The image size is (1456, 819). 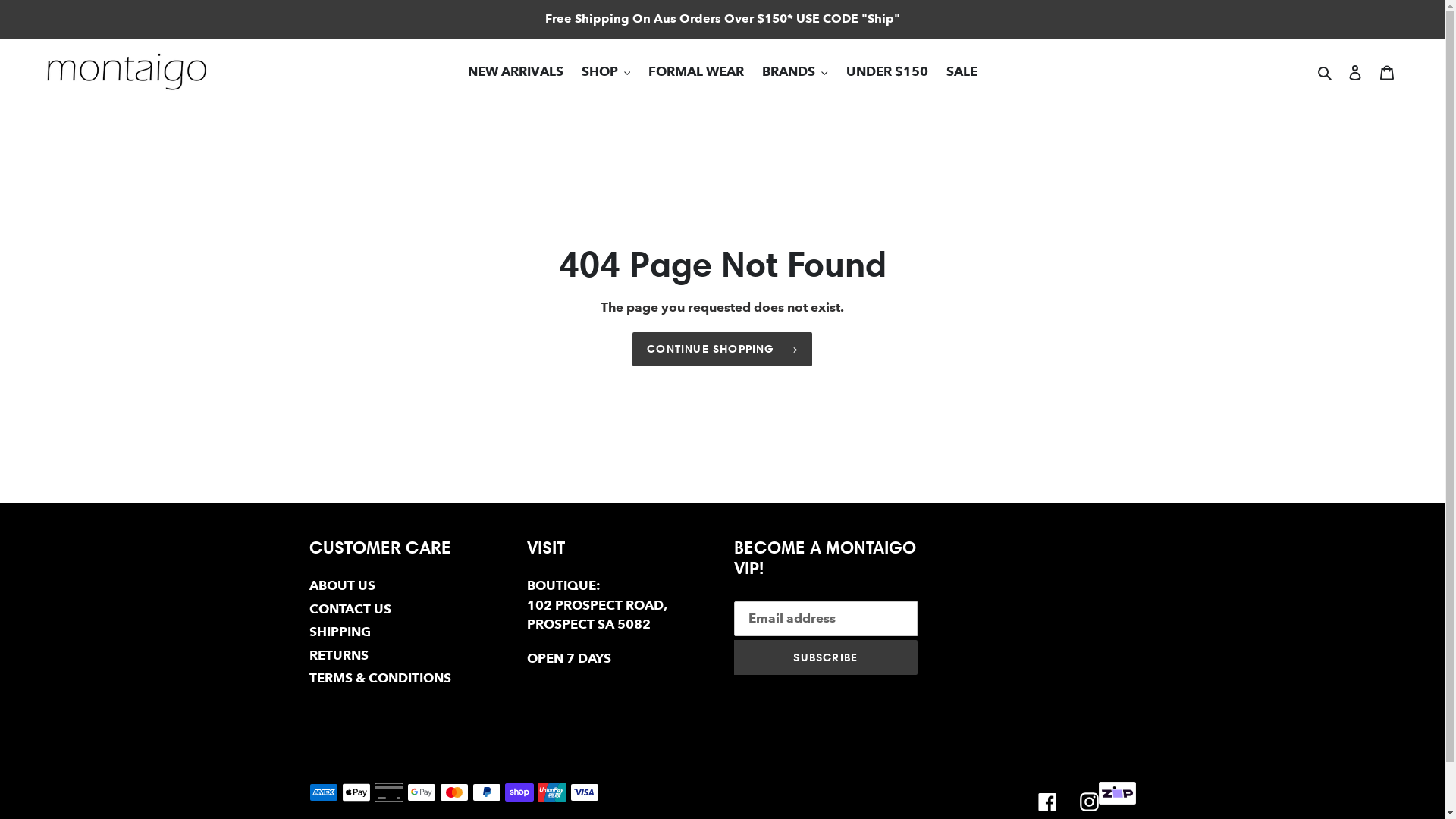 What do you see at coordinates (1046, 800) in the screenshot?
I see `'Facebook'` at bounding box center [1046, 800].